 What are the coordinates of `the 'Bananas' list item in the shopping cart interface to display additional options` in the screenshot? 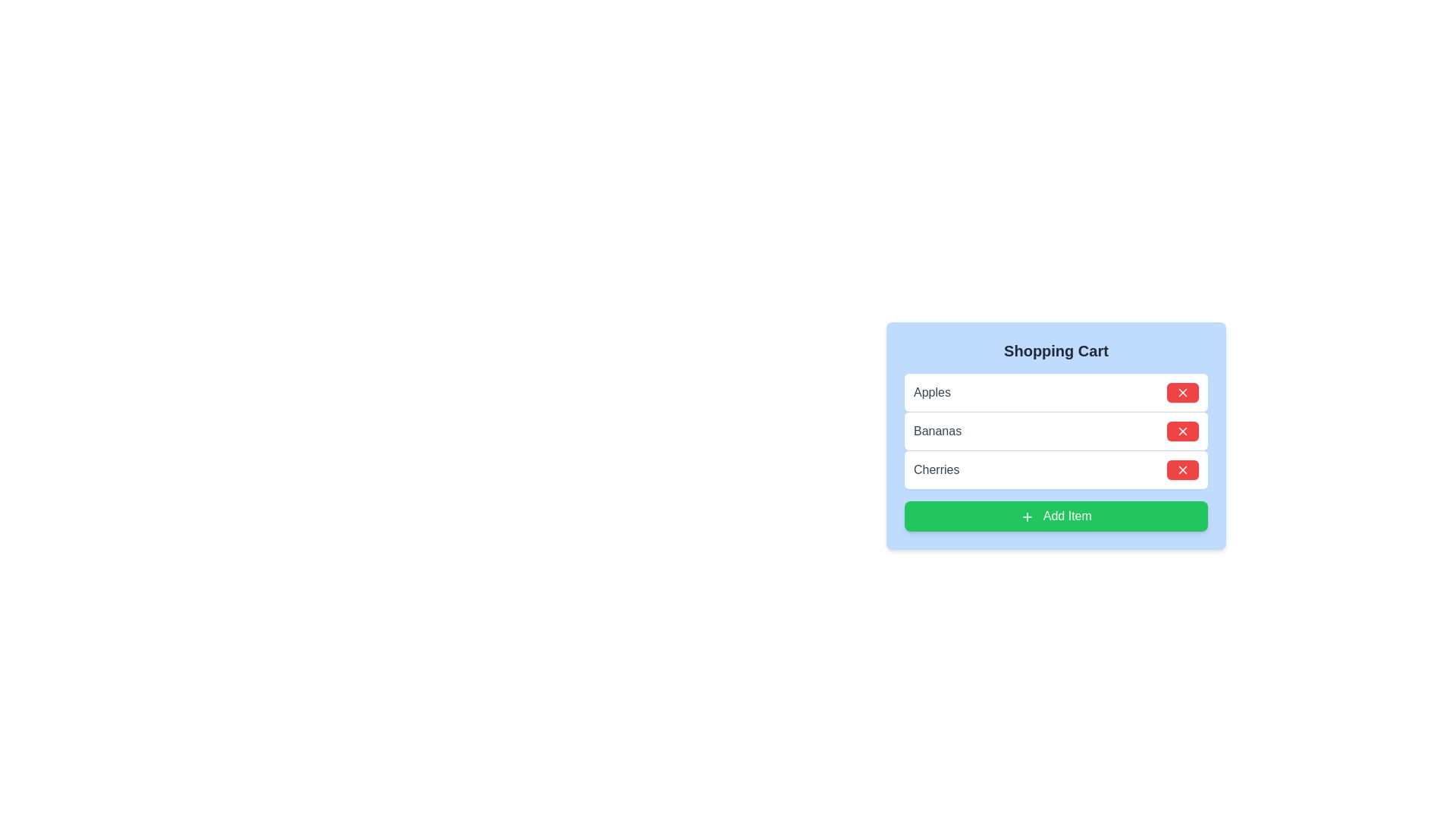 It's located at (1055, 435).